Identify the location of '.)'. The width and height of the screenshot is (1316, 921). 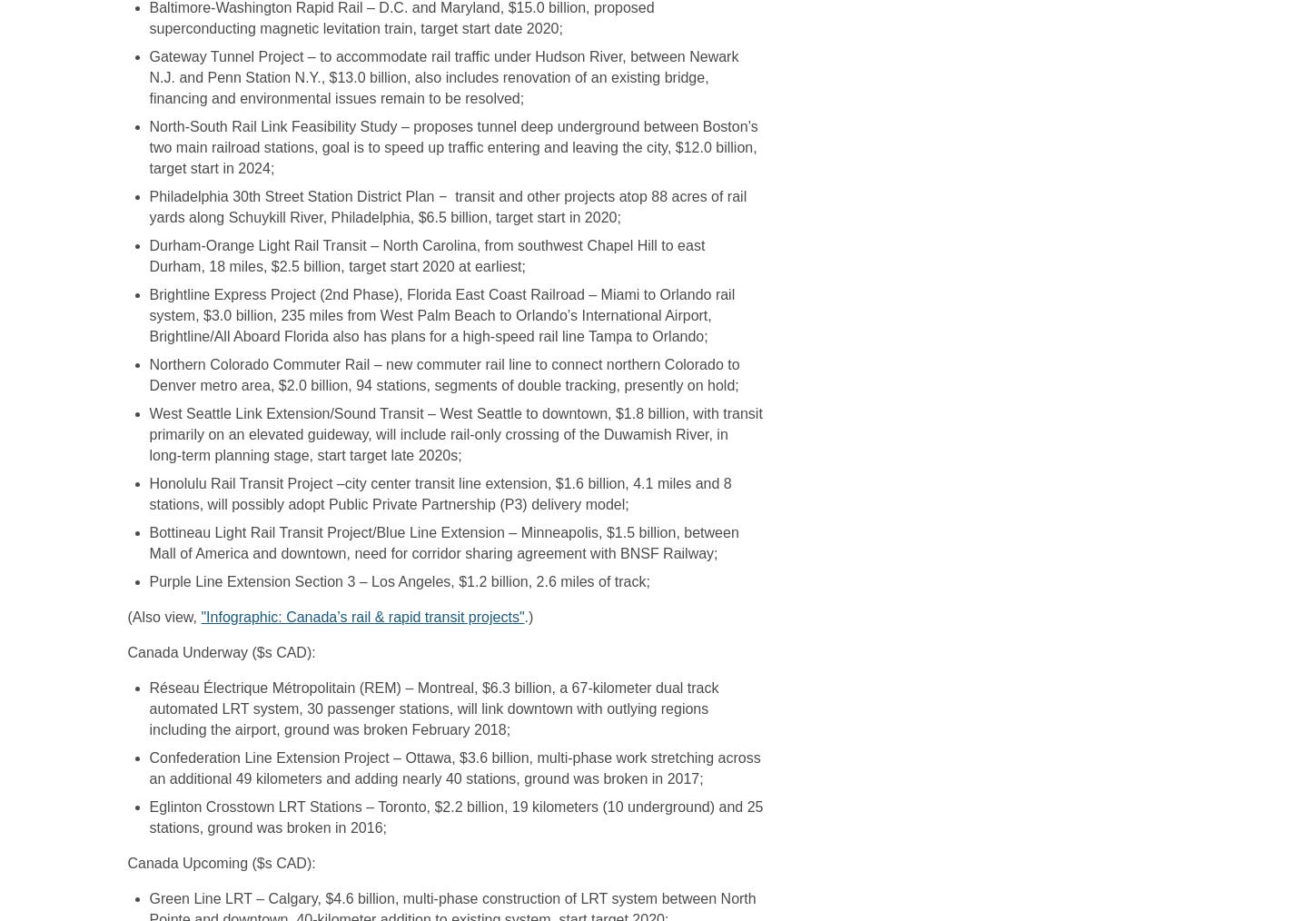
(528, 616).